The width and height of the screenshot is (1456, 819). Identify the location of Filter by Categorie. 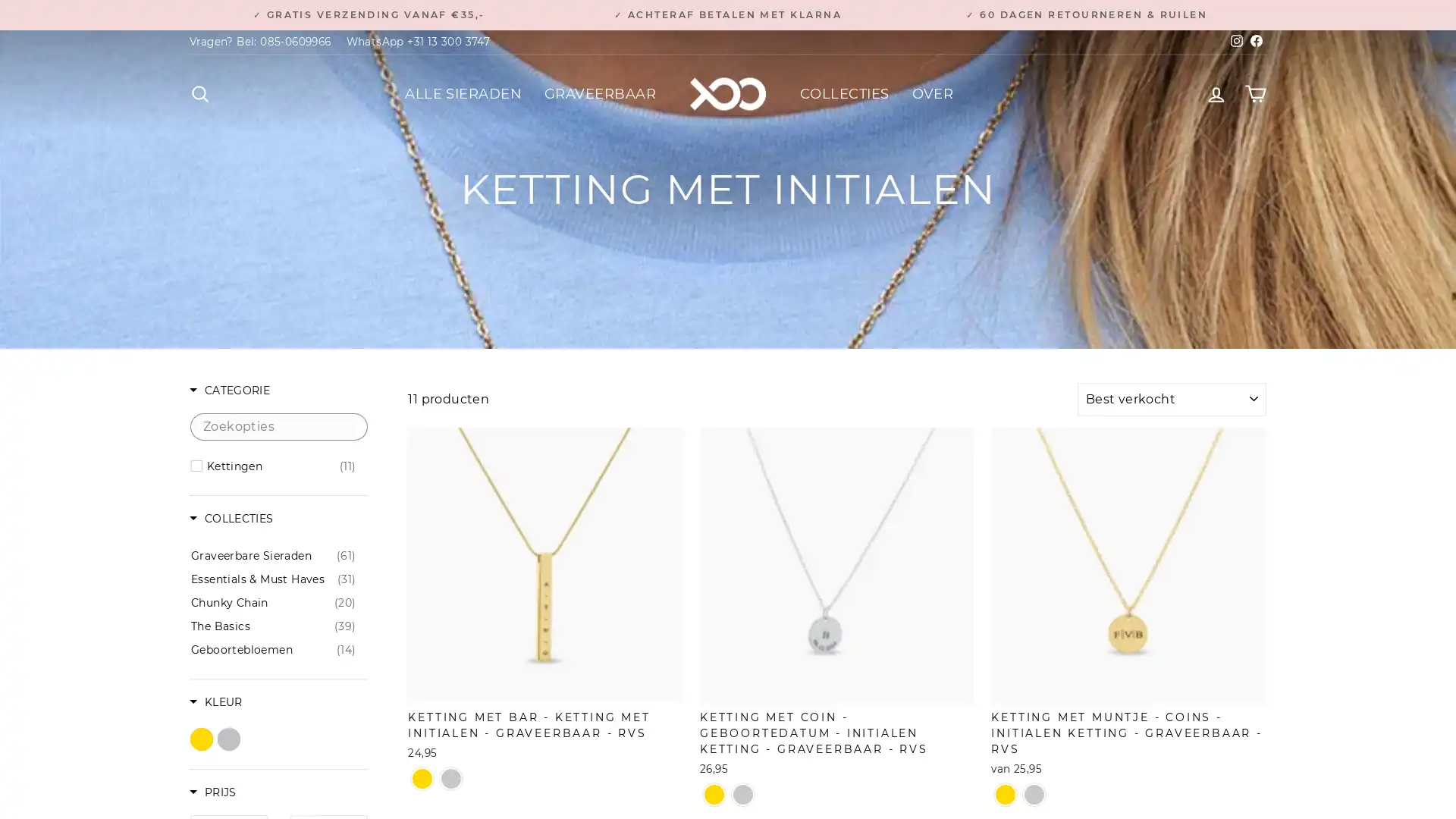
(228, 391).